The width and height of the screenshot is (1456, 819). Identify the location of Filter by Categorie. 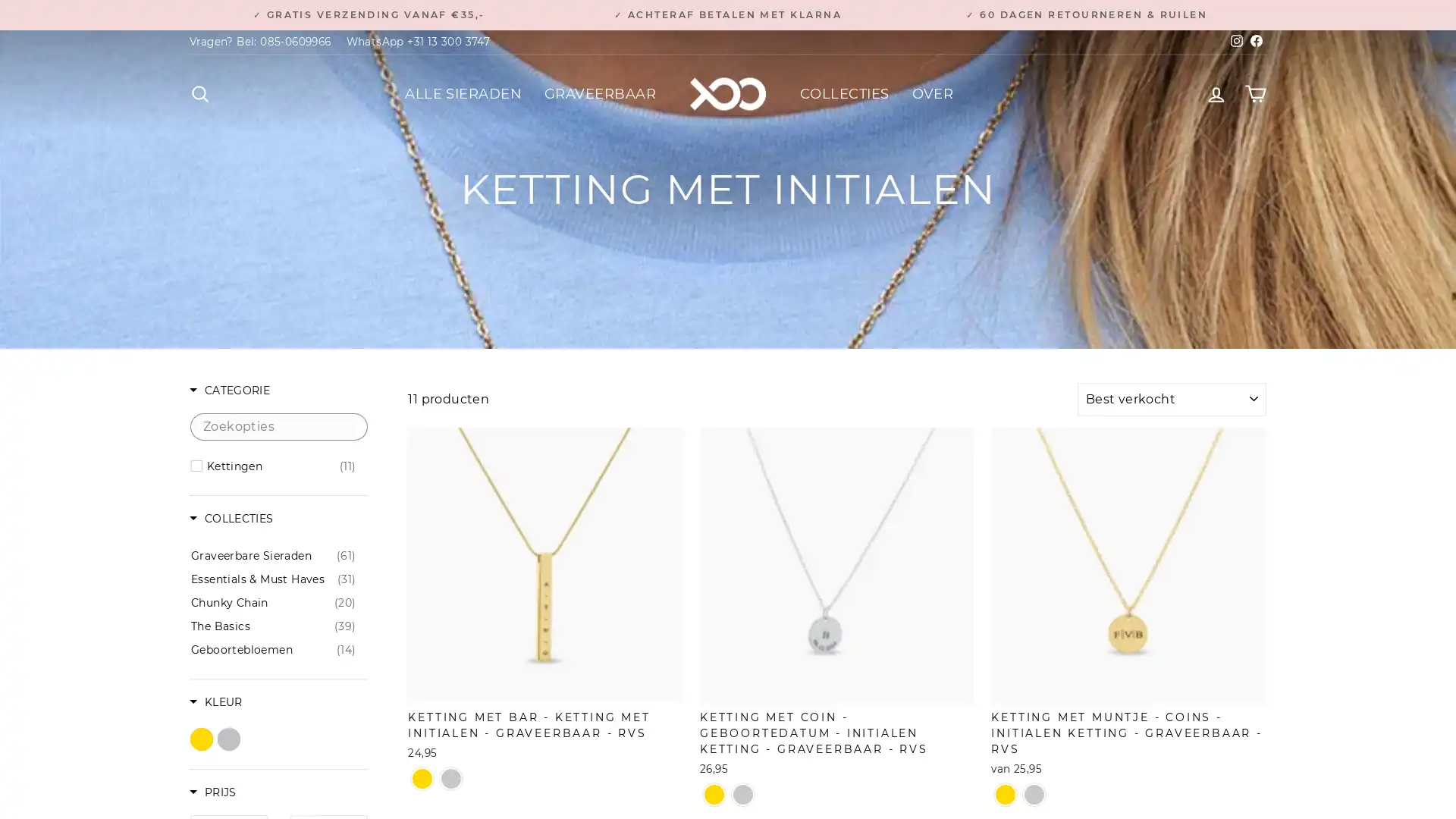
(228, 391).